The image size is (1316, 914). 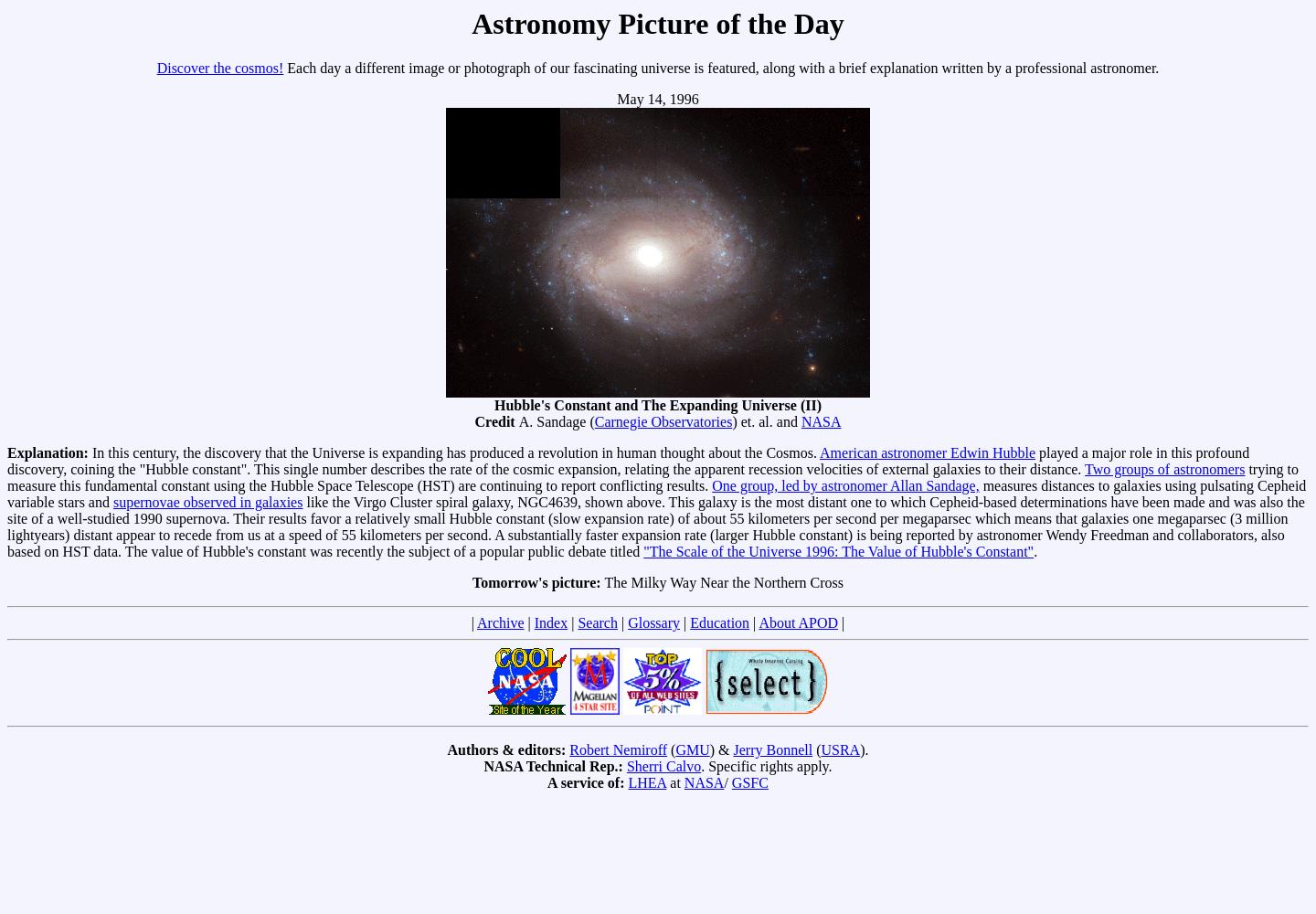 What do you see at coordinates (547, 781) in the screenshot?
I see `'A service of:'` at bounding box center [547, 781].